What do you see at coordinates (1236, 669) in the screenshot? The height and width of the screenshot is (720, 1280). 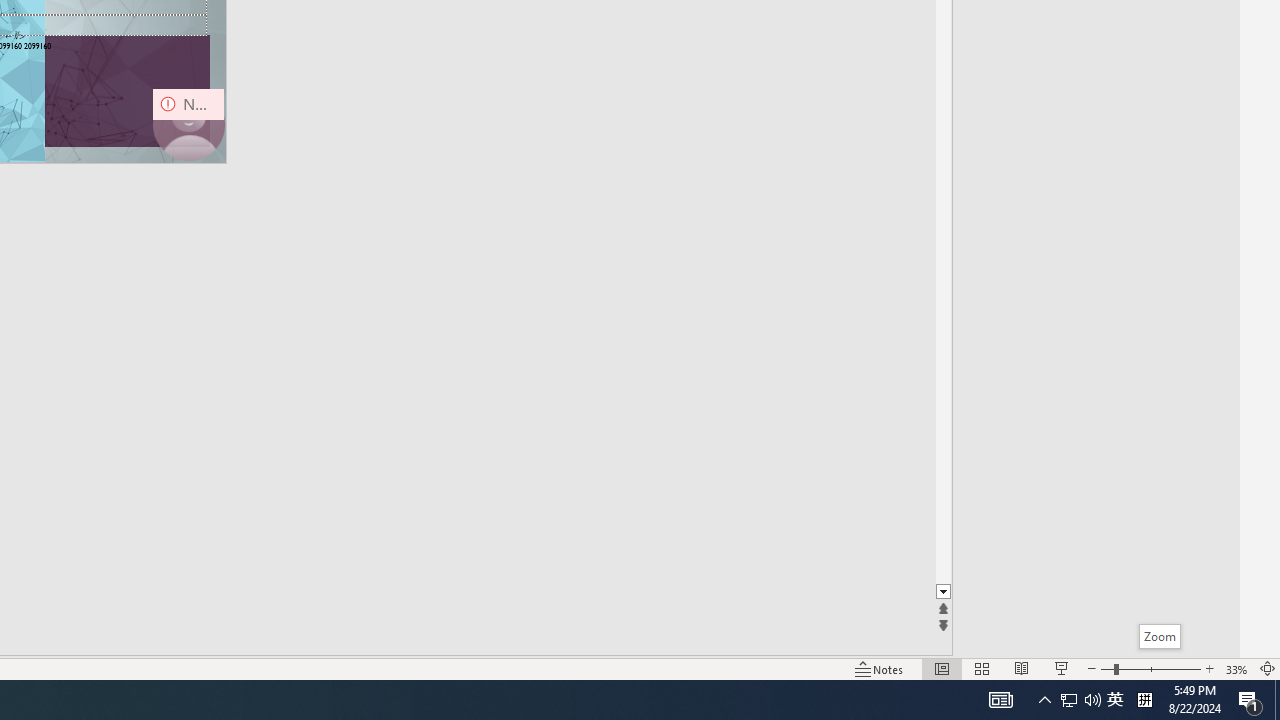 I see `'Zoom 33%'` at bounding box center [1236, 669].